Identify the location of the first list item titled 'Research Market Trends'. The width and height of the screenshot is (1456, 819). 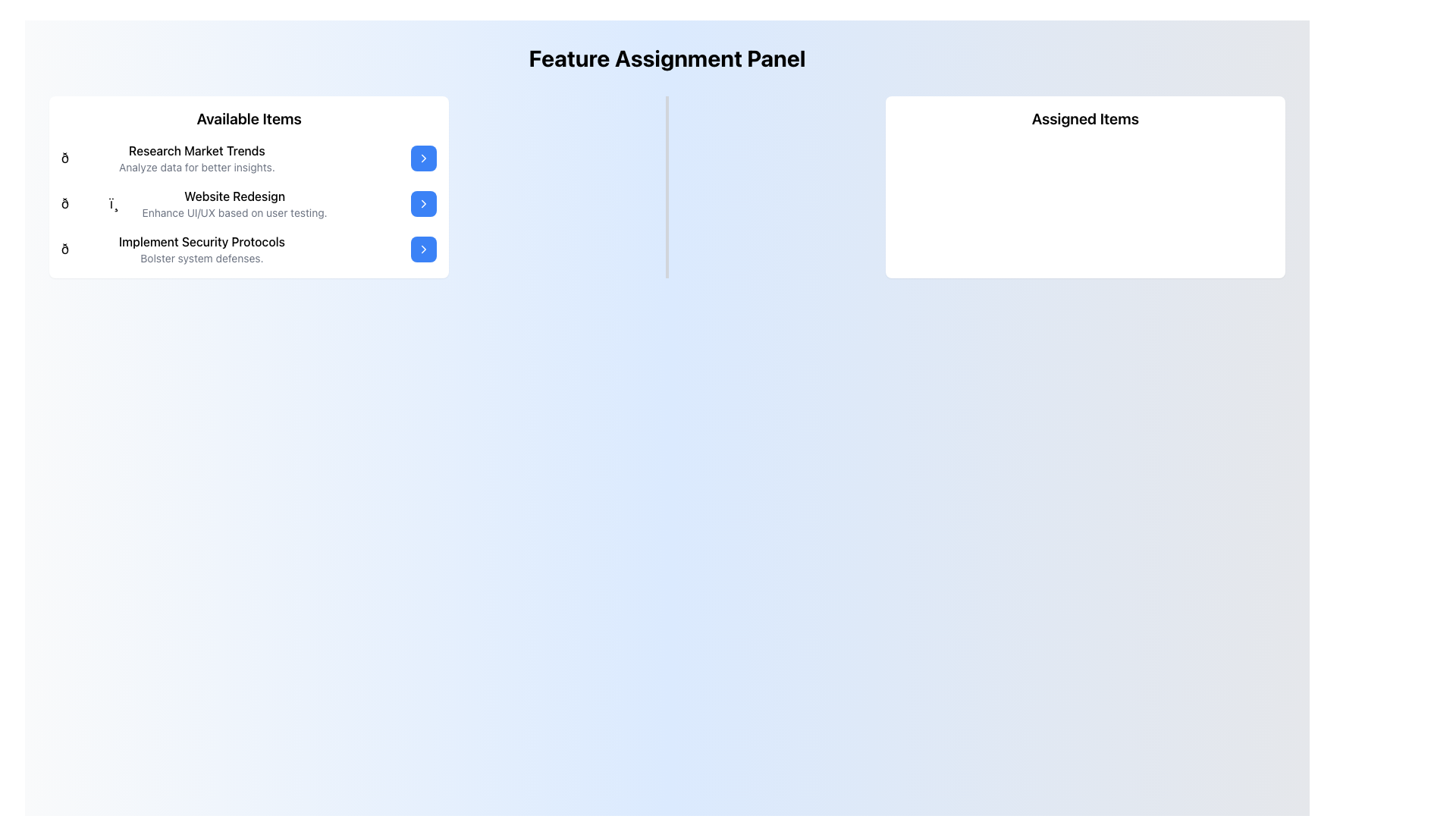
(249, 158).